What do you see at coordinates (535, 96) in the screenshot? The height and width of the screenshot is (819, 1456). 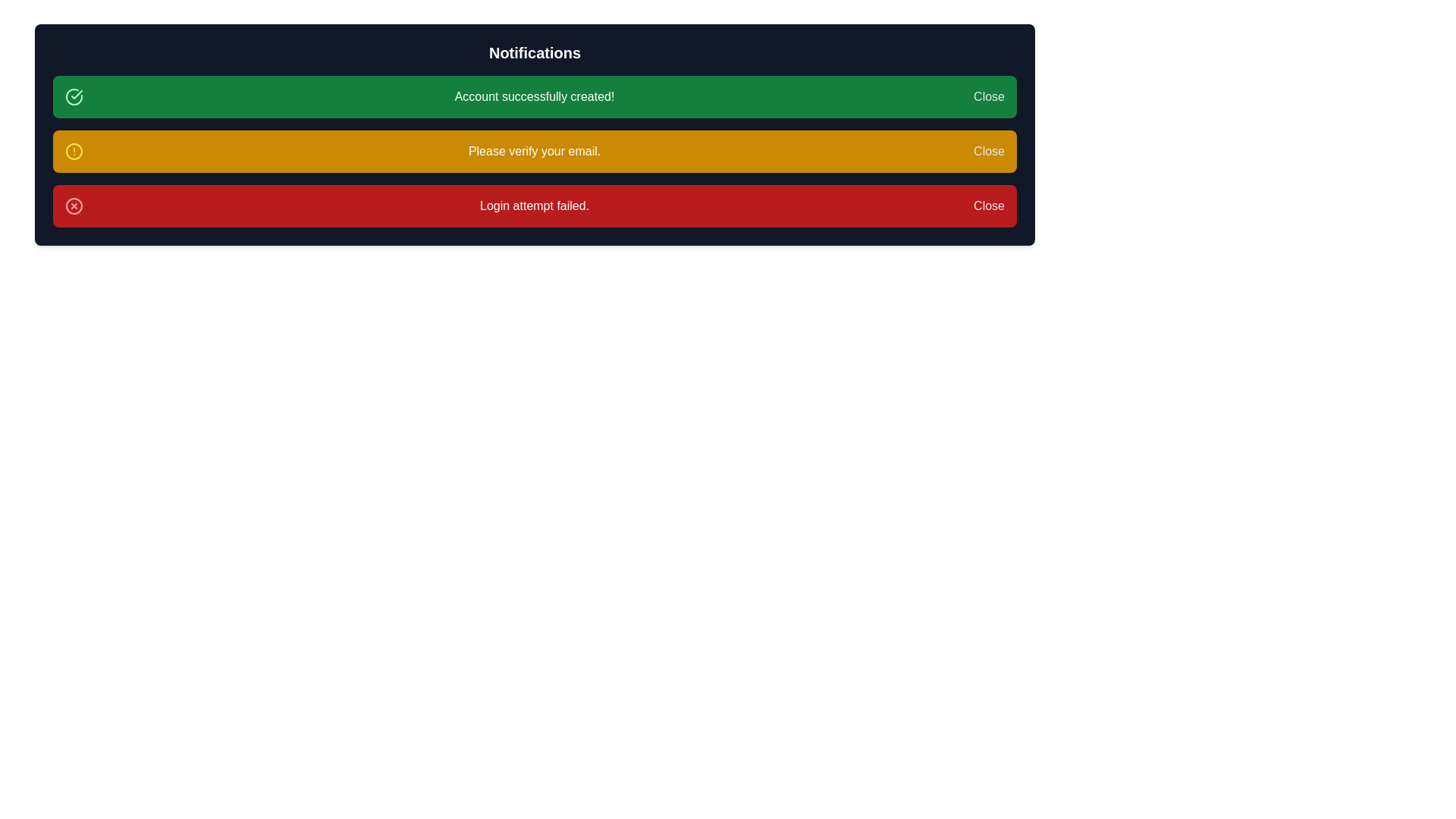 I see `the Notification banner with a green background that displays 'Account successfully created!' and includes a 'Close' button on the right` at bounding box center [535, 96].